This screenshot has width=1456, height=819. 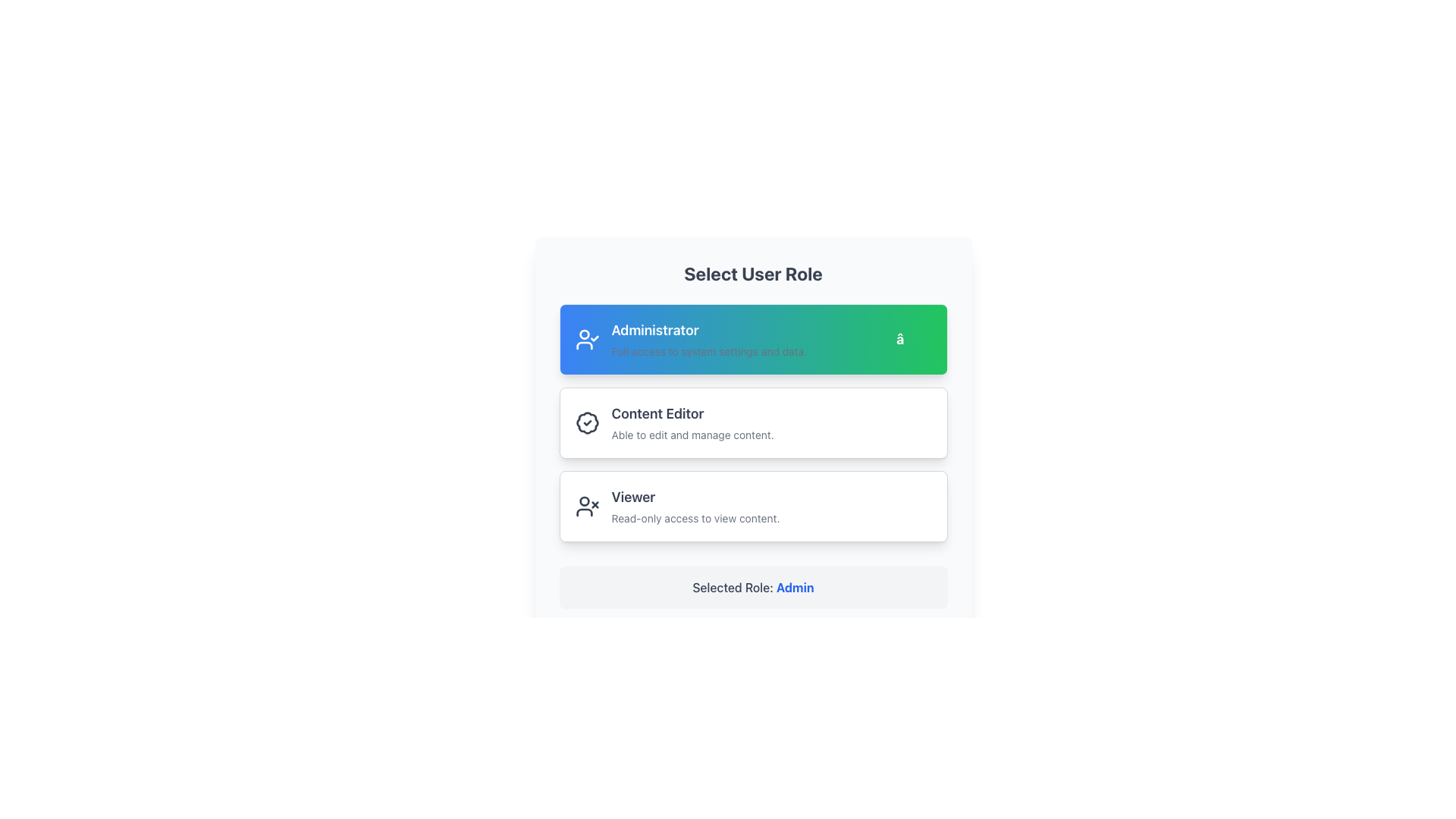 What do you see at coordinates (586, 423) in the screenshot?
I see `intricate circular badge design within the 'Content Editor' UI option, which is the second option in a vertical list of user roles` at bounding box center [586, 423].